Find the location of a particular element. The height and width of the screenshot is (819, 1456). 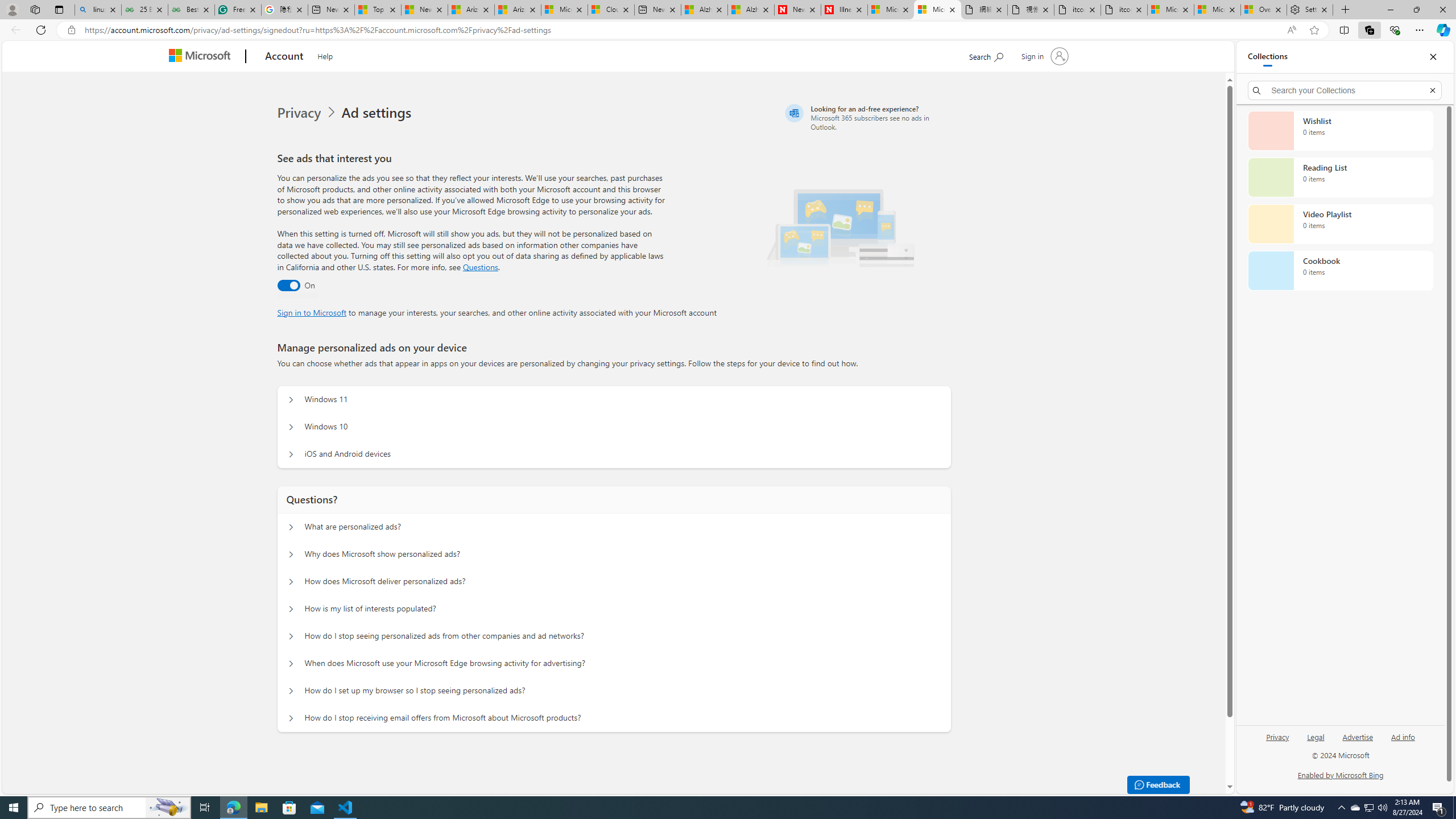

'Questions? How does Microsoft deliver personalized ads?' is located at coordinates (289, 581).